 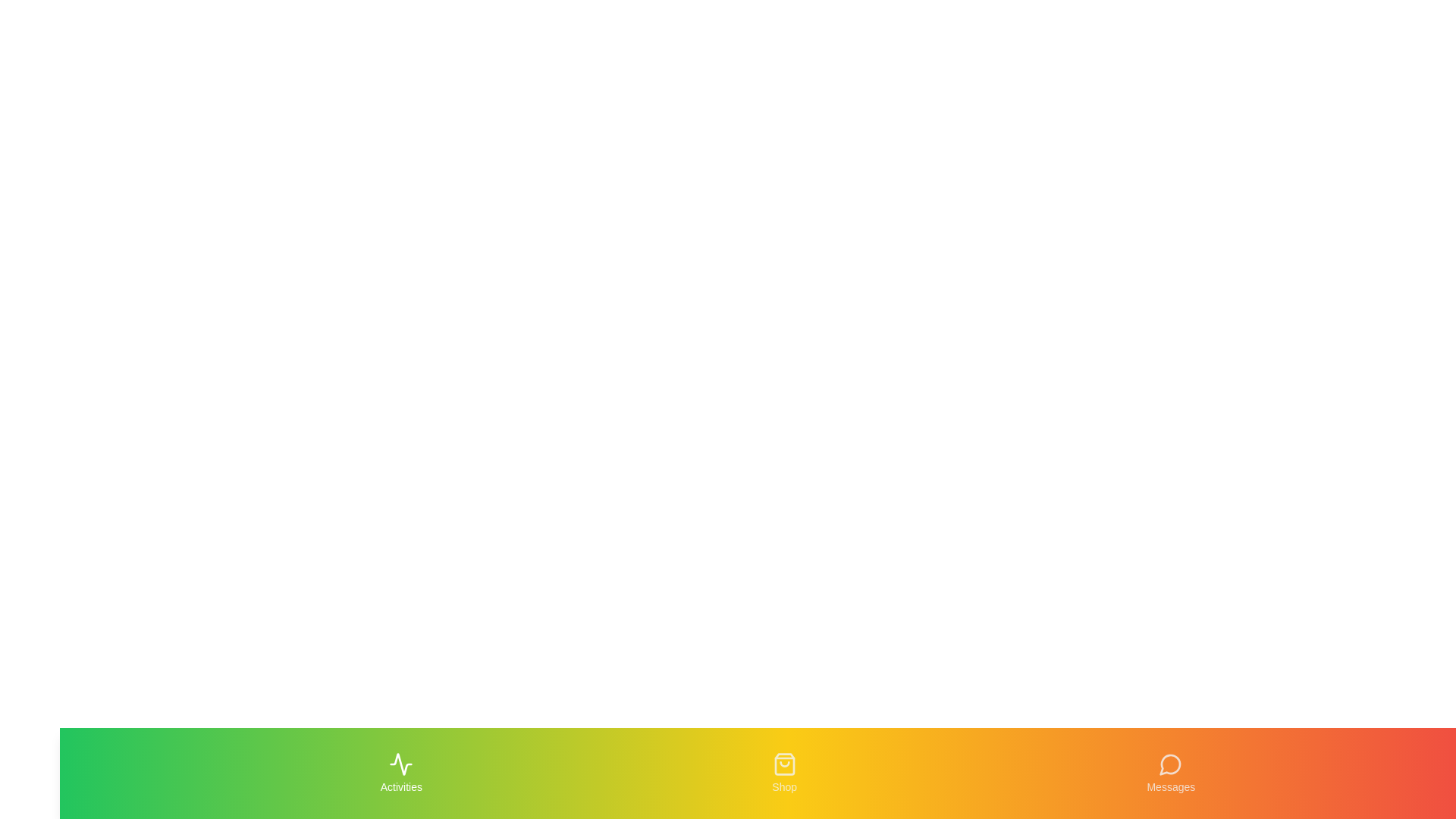 I want to click on the Activities tab to navigate to its section, so click(x=400, y=773).